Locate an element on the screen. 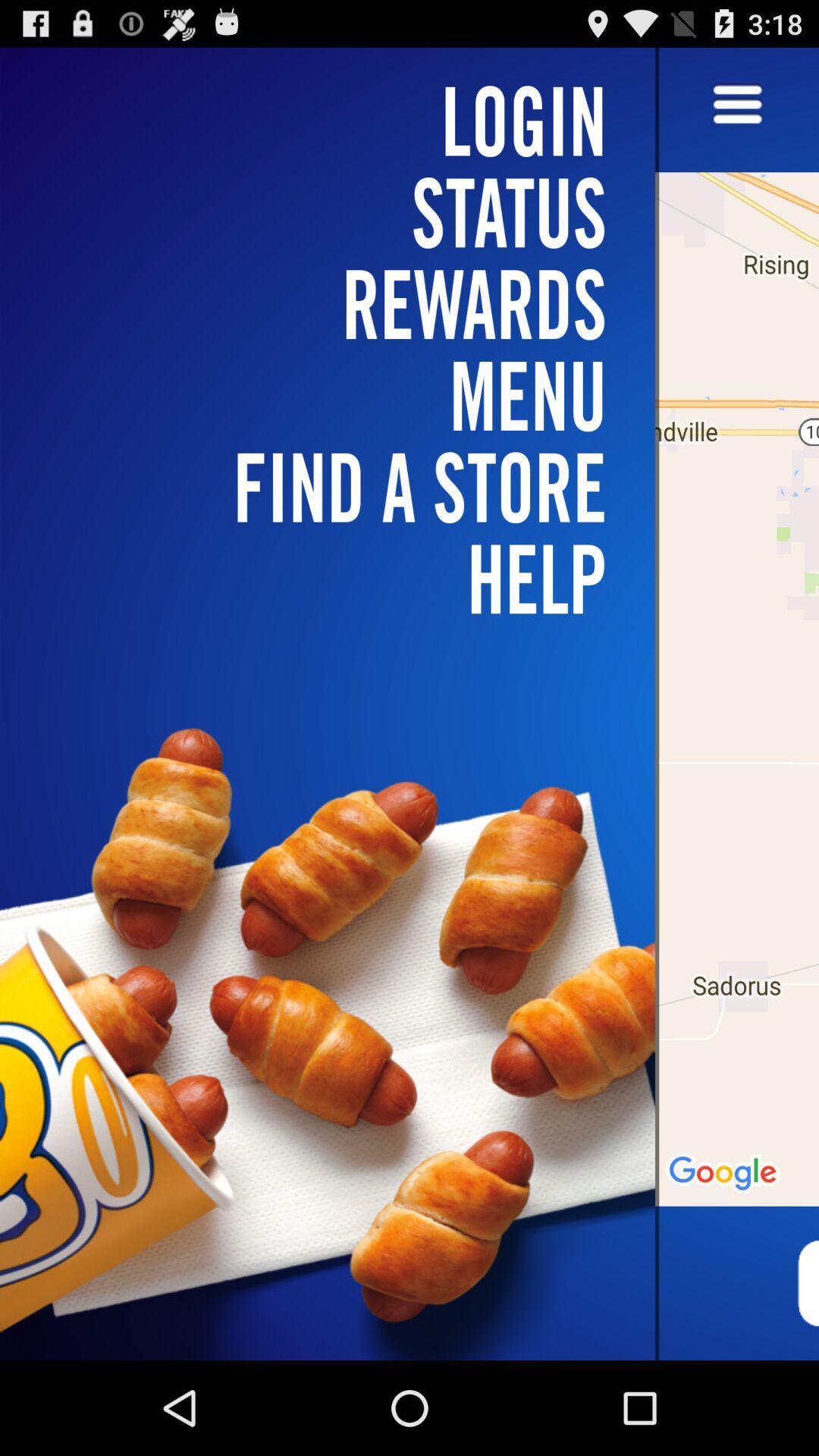  item above find a store icon is located at coordinates (336, 303).